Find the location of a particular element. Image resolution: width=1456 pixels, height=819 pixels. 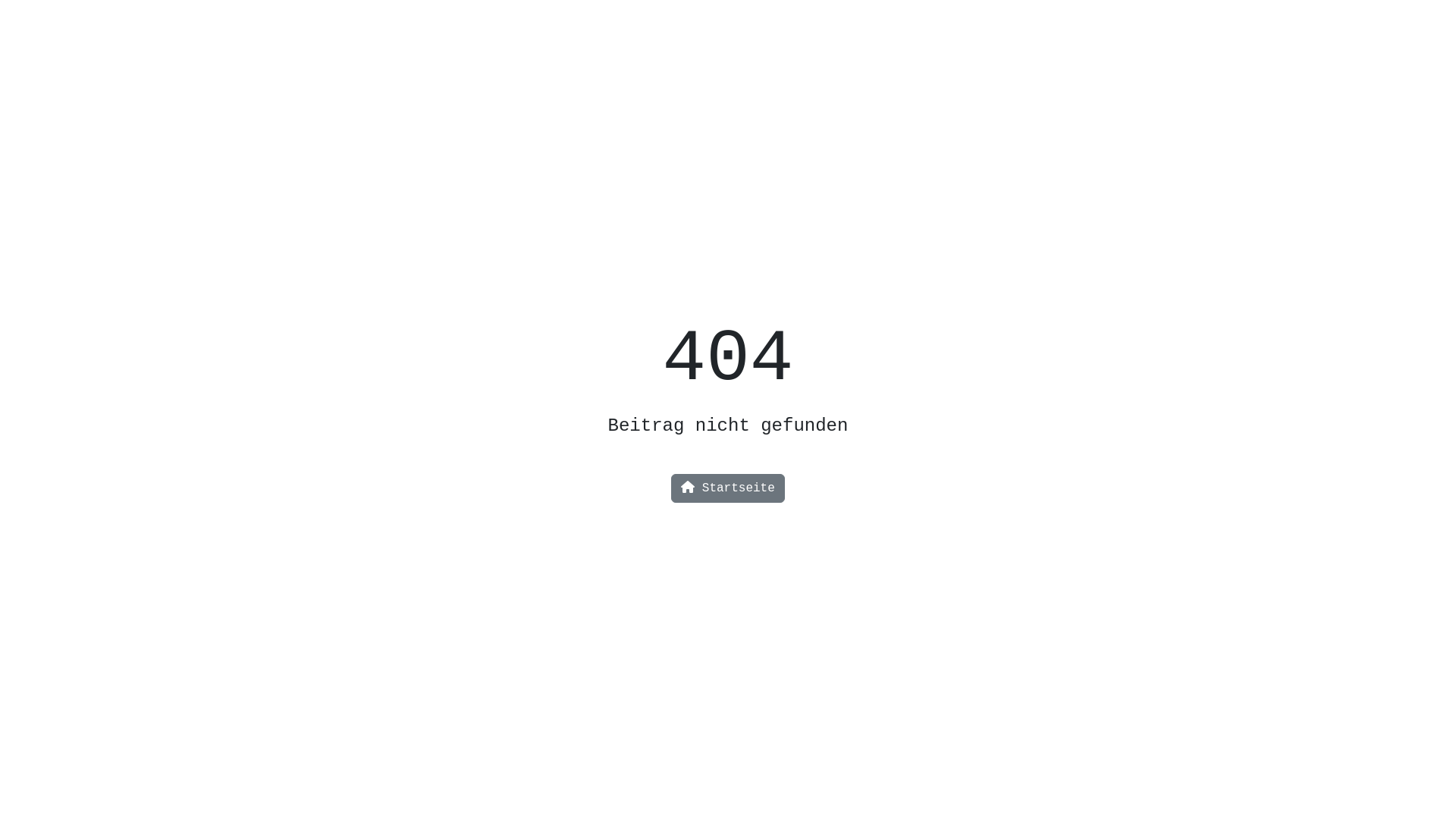

'Startseite' is located at coordinates (670, 488).